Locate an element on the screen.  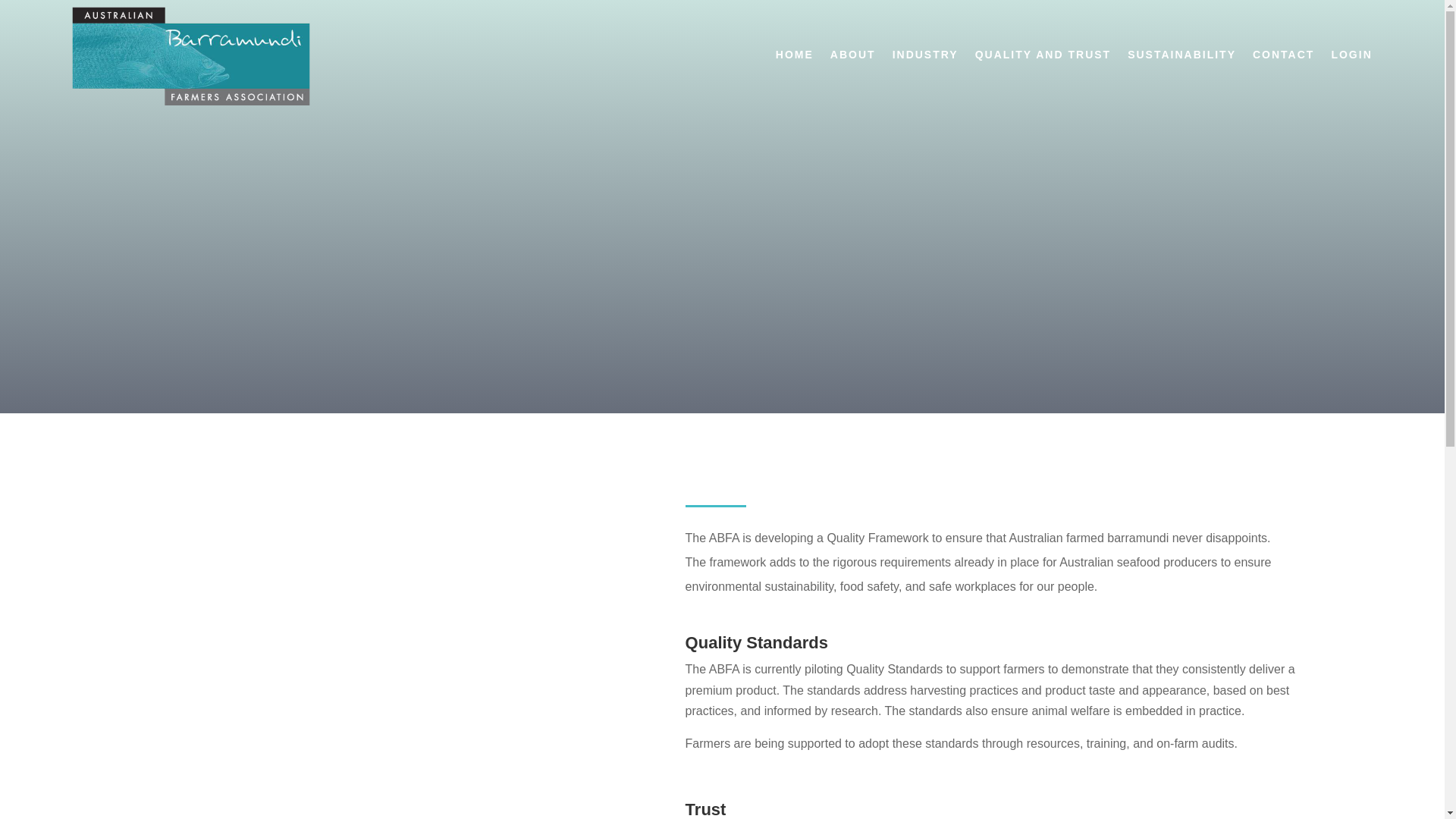
'CONTACT' is located at coordinates (1282, 54).